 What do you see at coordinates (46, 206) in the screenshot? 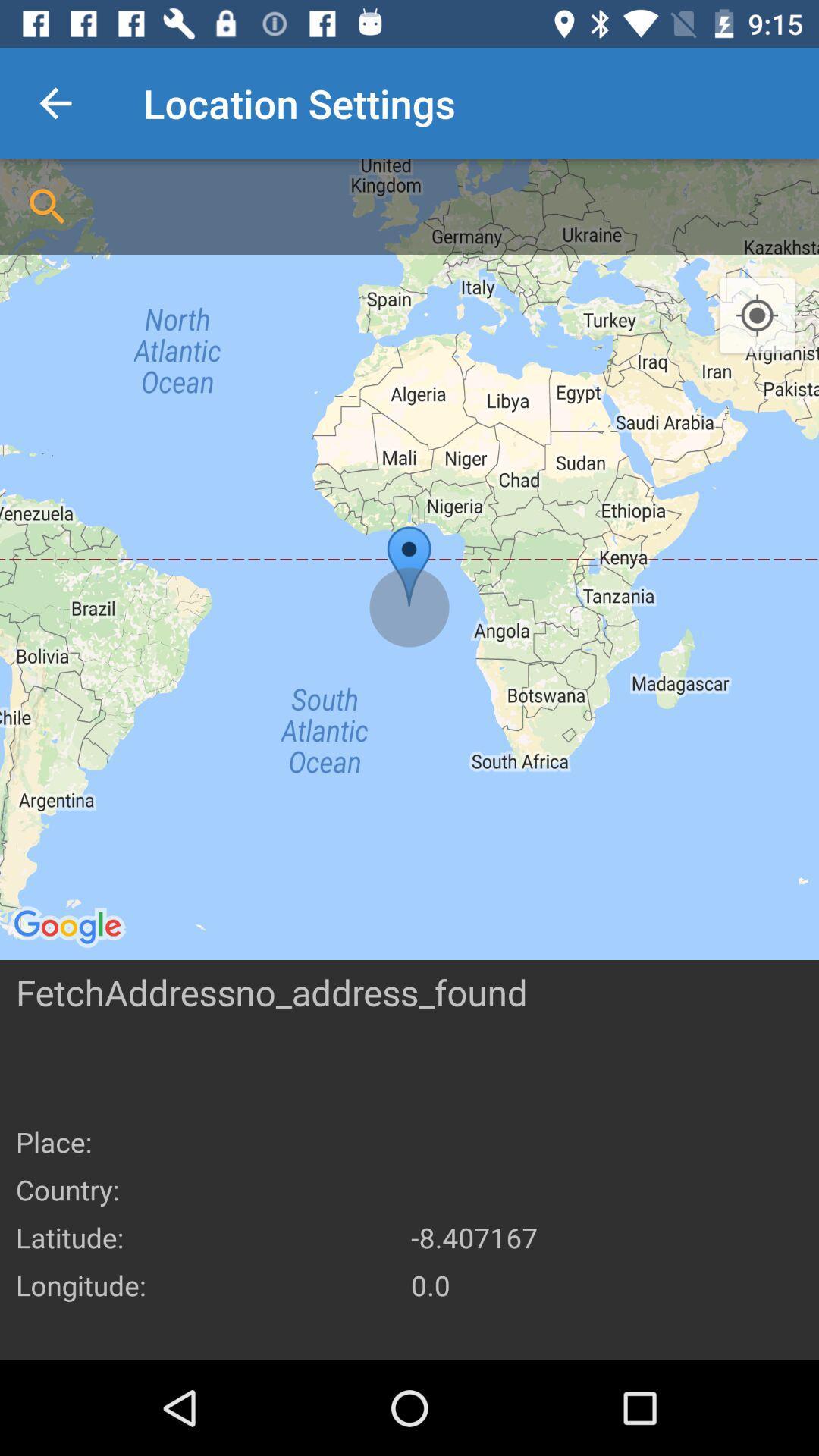
I see `the search icon` at bounding box center [46, 206].